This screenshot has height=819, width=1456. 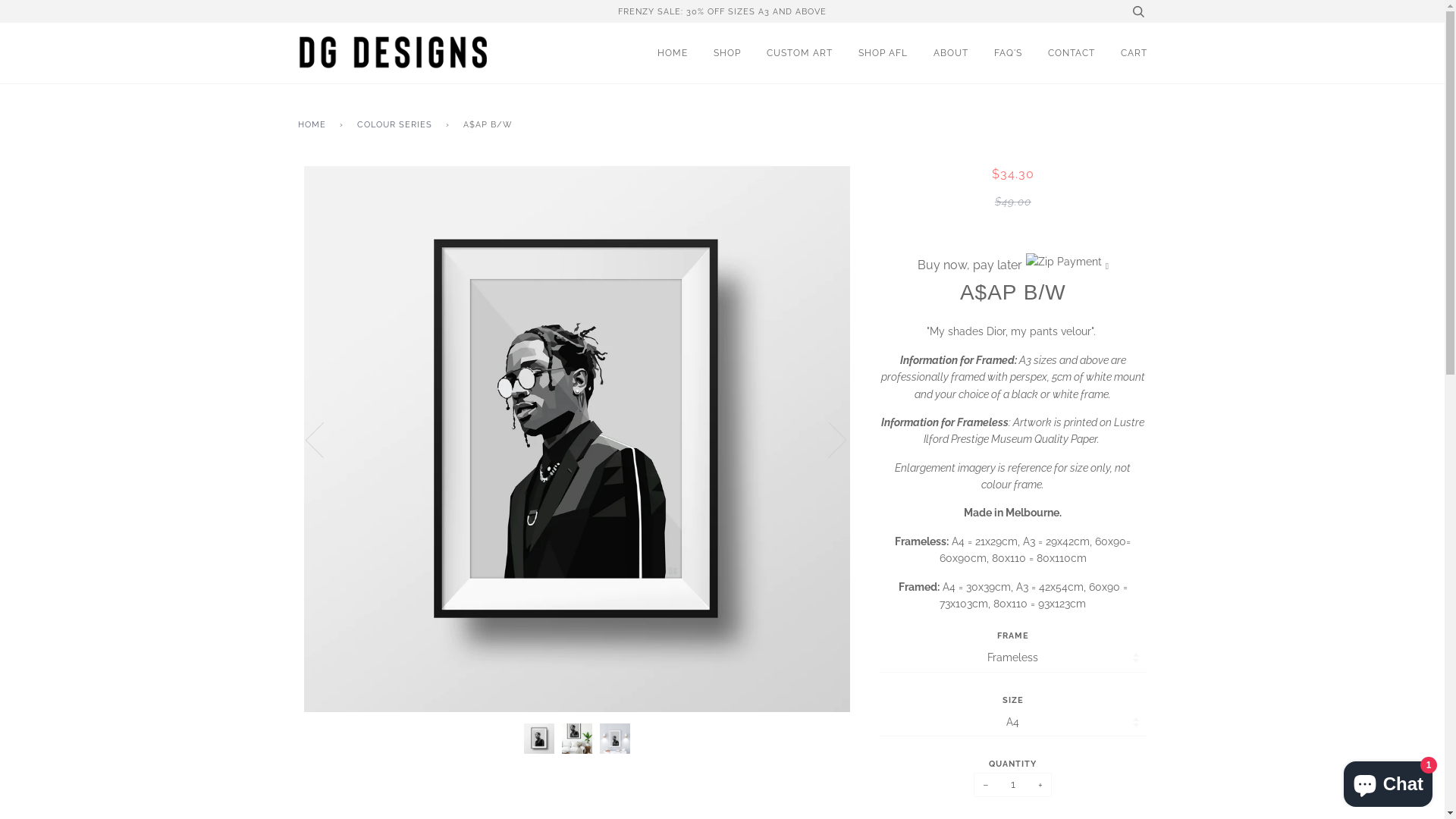 I want to click on 'CONTACT', so click(x=1070, y=52).